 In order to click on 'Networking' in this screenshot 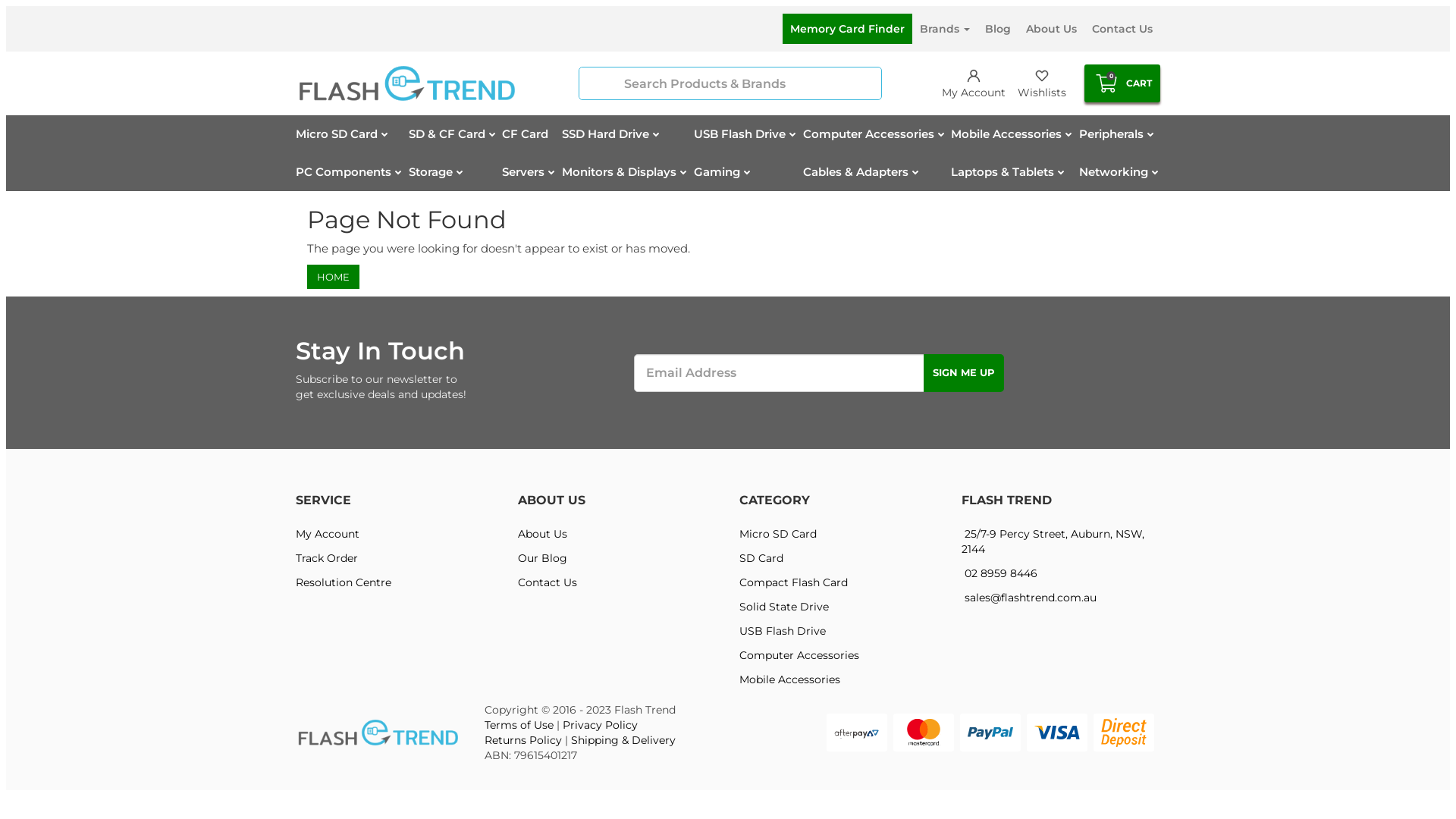, I will do `click(1119, 171)`.